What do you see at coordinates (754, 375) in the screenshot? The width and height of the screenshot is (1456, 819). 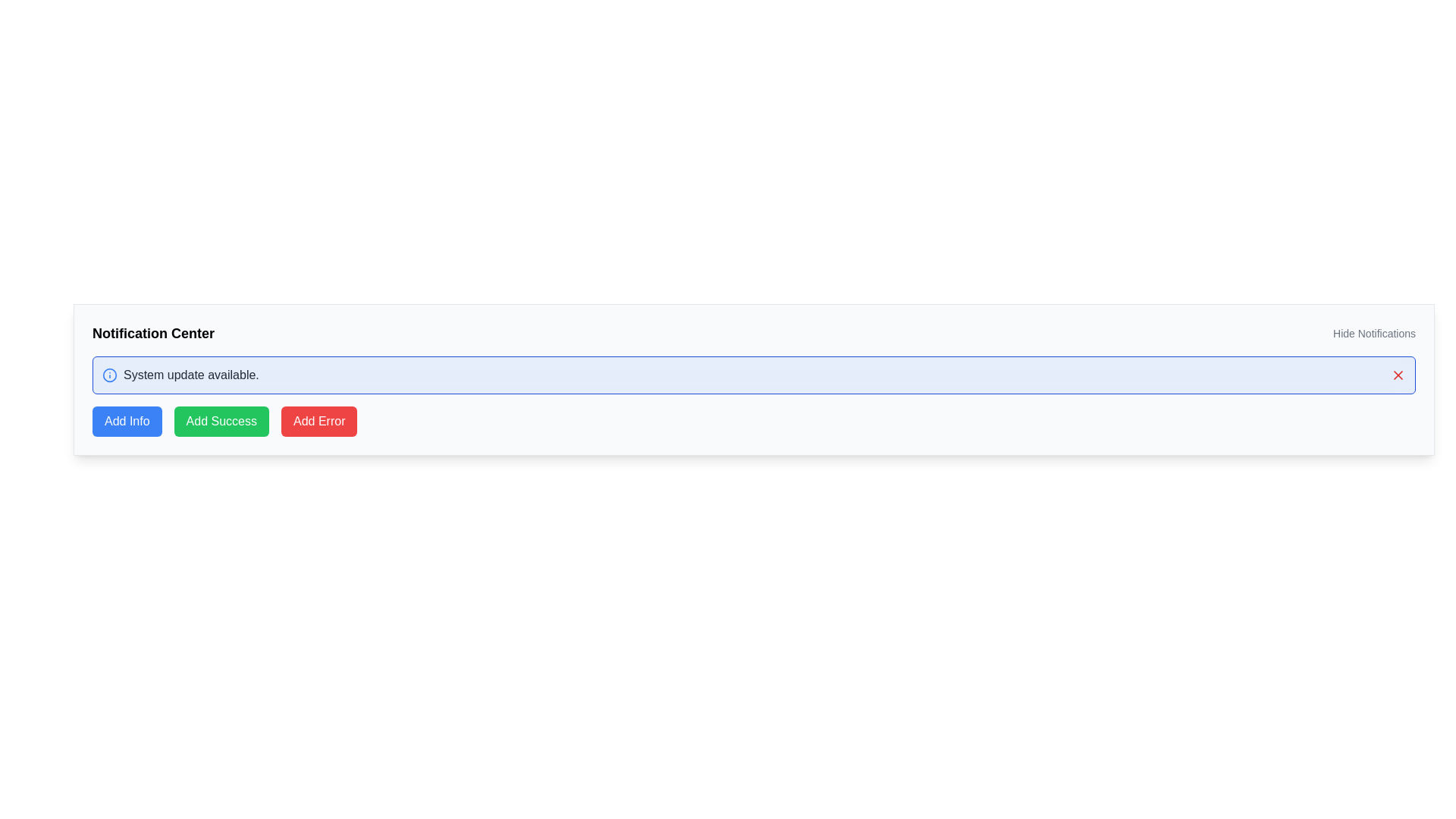 I see `the Notification banner that displays the message 'System update available.' with a light blue background, located below the title bar 'Notification Center'` at bounding box center [754, 375].